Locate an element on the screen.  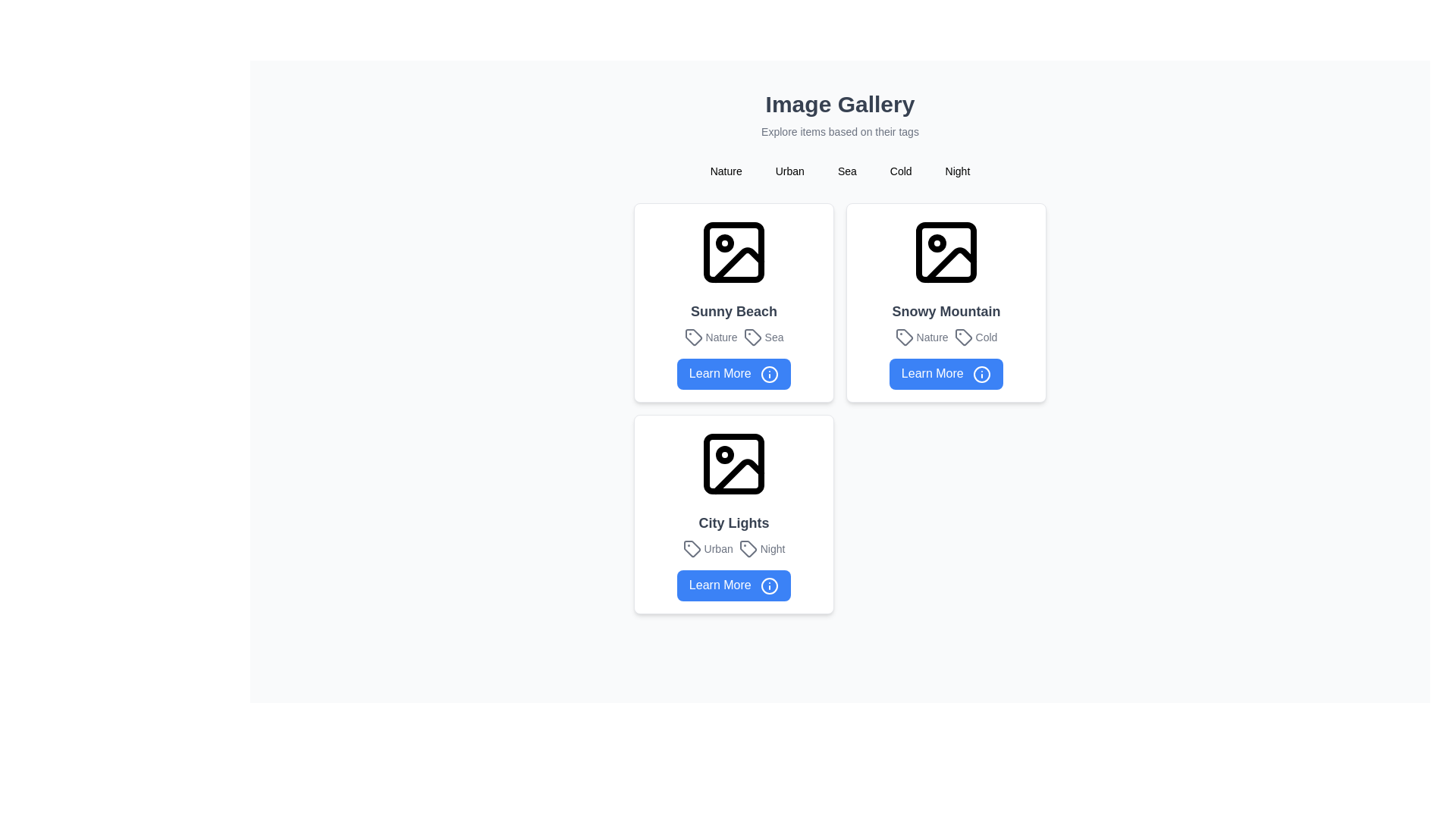
the 'Cold' filter button, which is the fourth button in a horizontal group of tags located near the top of the page is located at coordinates (901, 171).